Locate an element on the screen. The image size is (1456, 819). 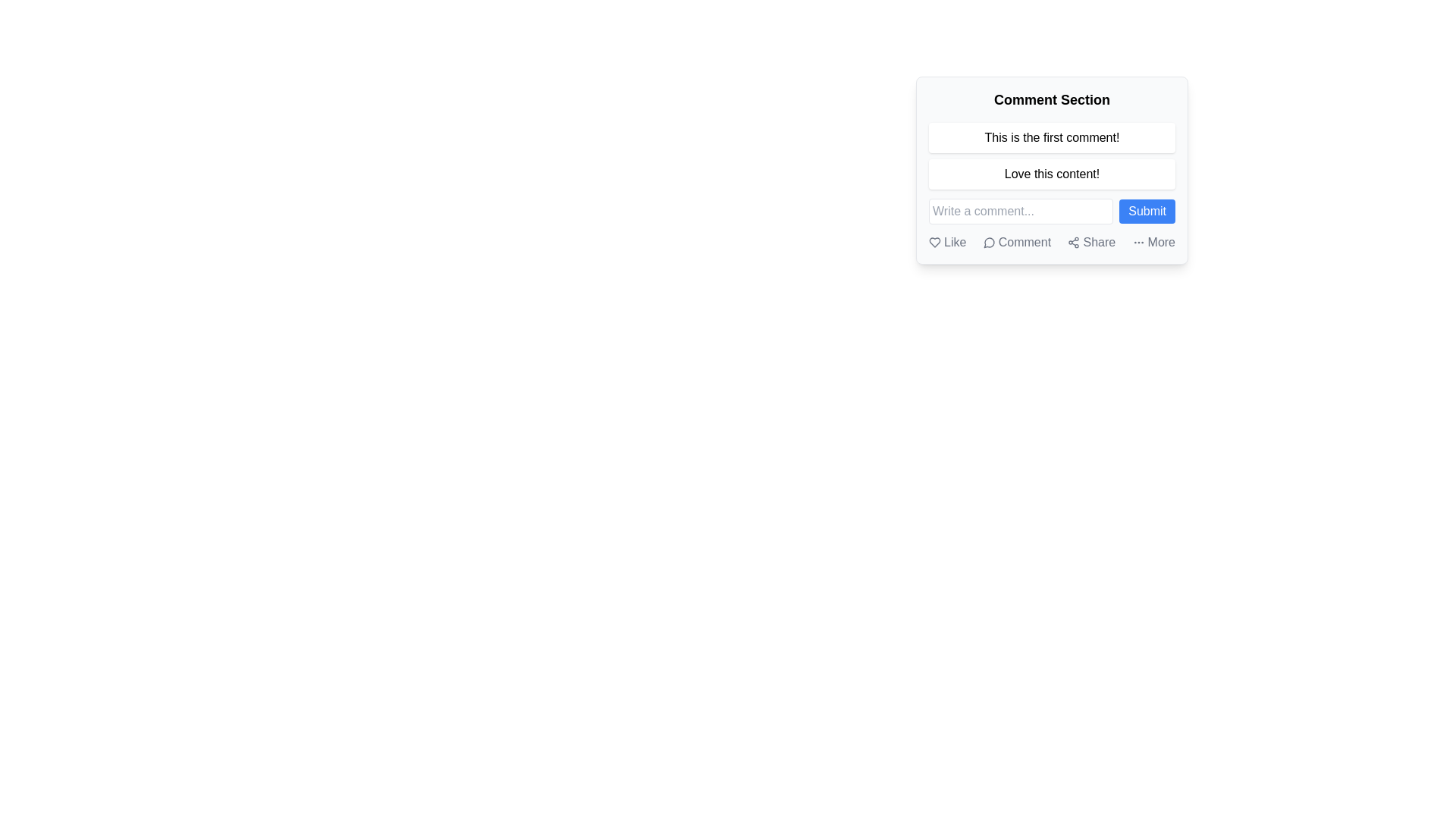
the 'Share' text label located to the right of the share icon in the comment section interface is located at coordinates (1099, 242).